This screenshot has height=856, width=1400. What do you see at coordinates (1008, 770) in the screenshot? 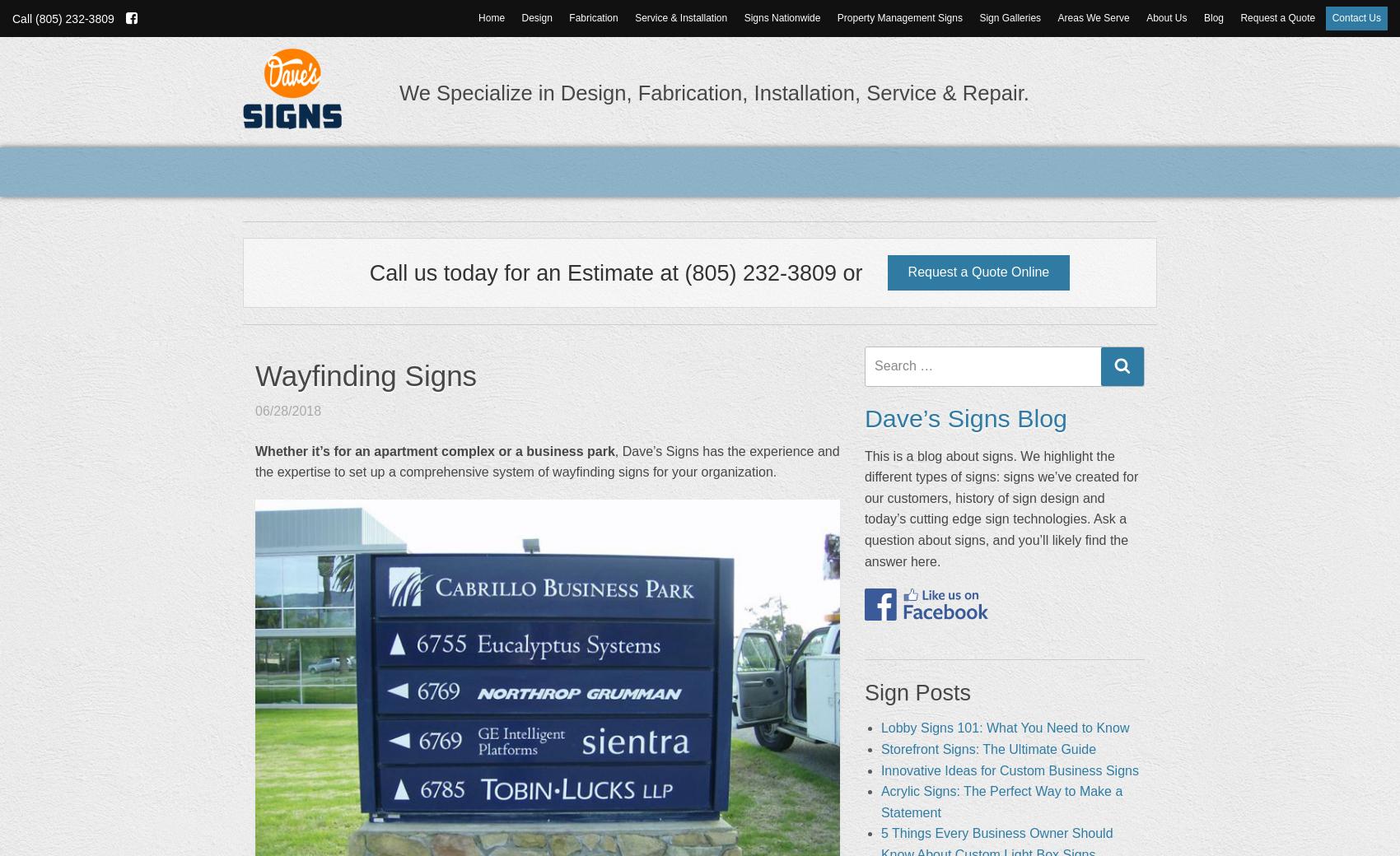
I see `'Innovative Ideas for Custom Business Signs'` at bounding box center [1008, 770].